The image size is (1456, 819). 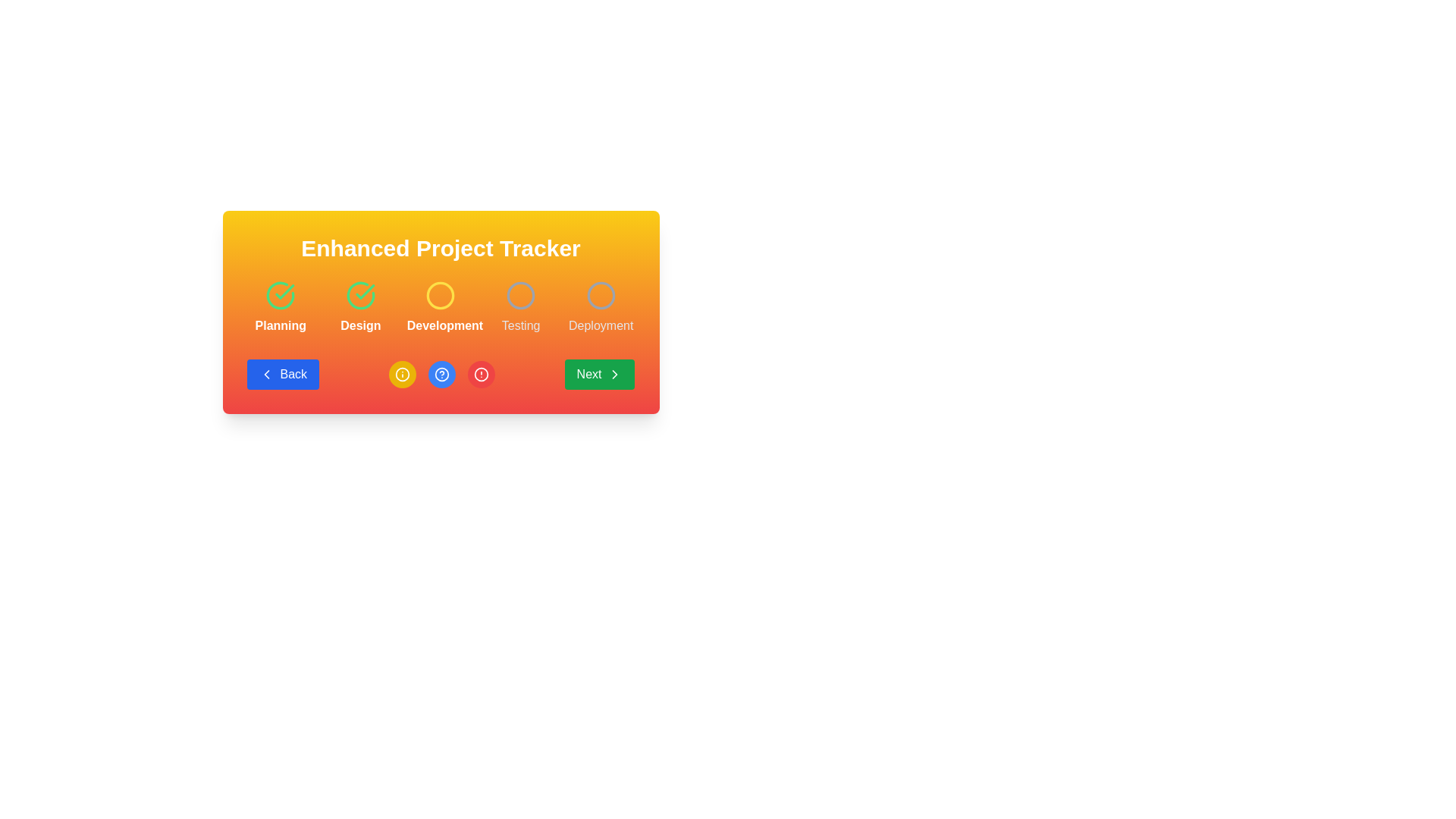 What do you see at coordinates (521, 307) in the screenshot?
I see `the status represented by the 'Testing' phase in the progress tracker stage indicator, which is the fourth stage in a row of five stages` at bounding box center [521, 307].